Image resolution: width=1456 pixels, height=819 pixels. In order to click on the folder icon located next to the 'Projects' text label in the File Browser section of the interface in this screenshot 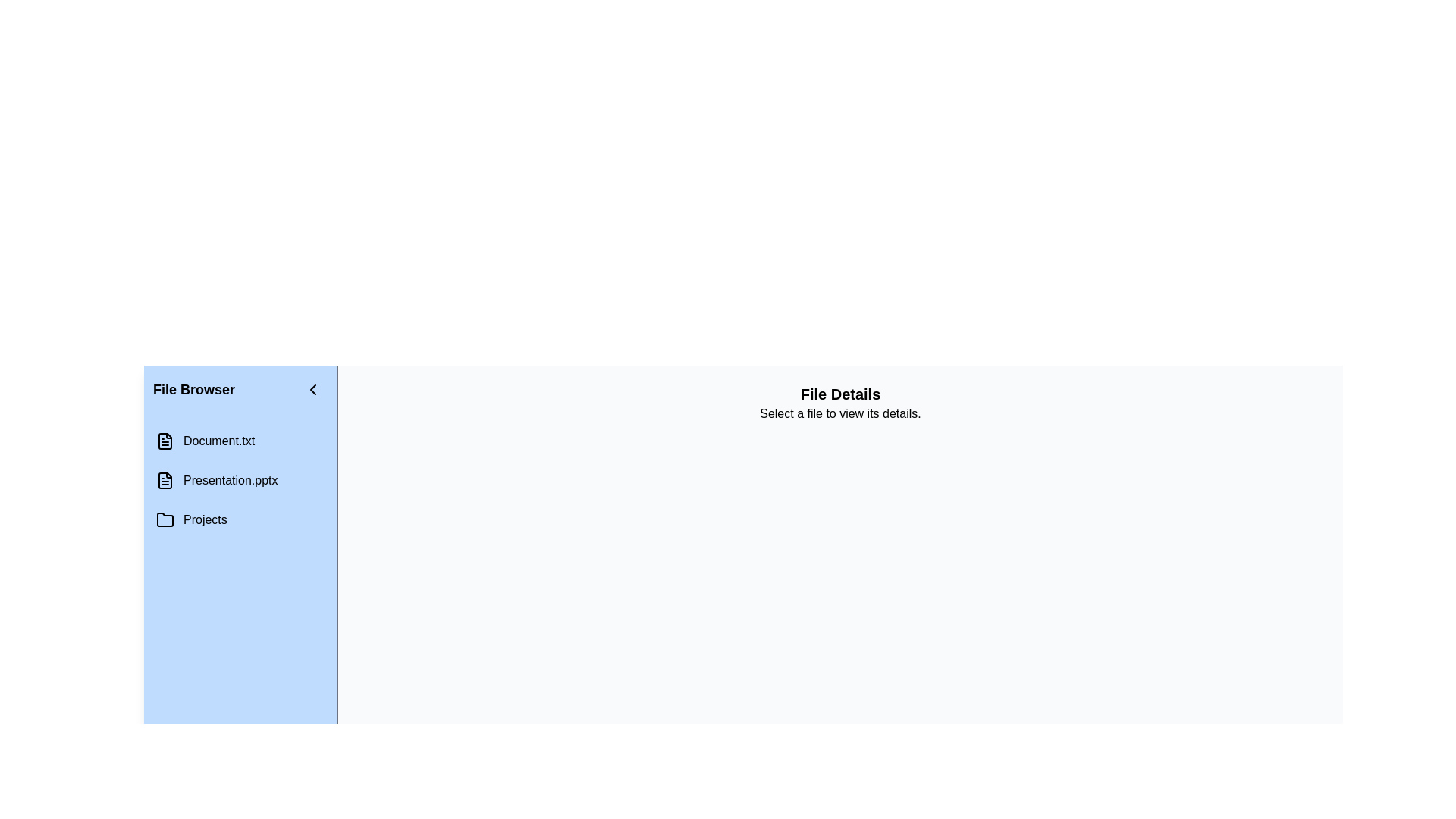, I will do `click(165, 519)`.